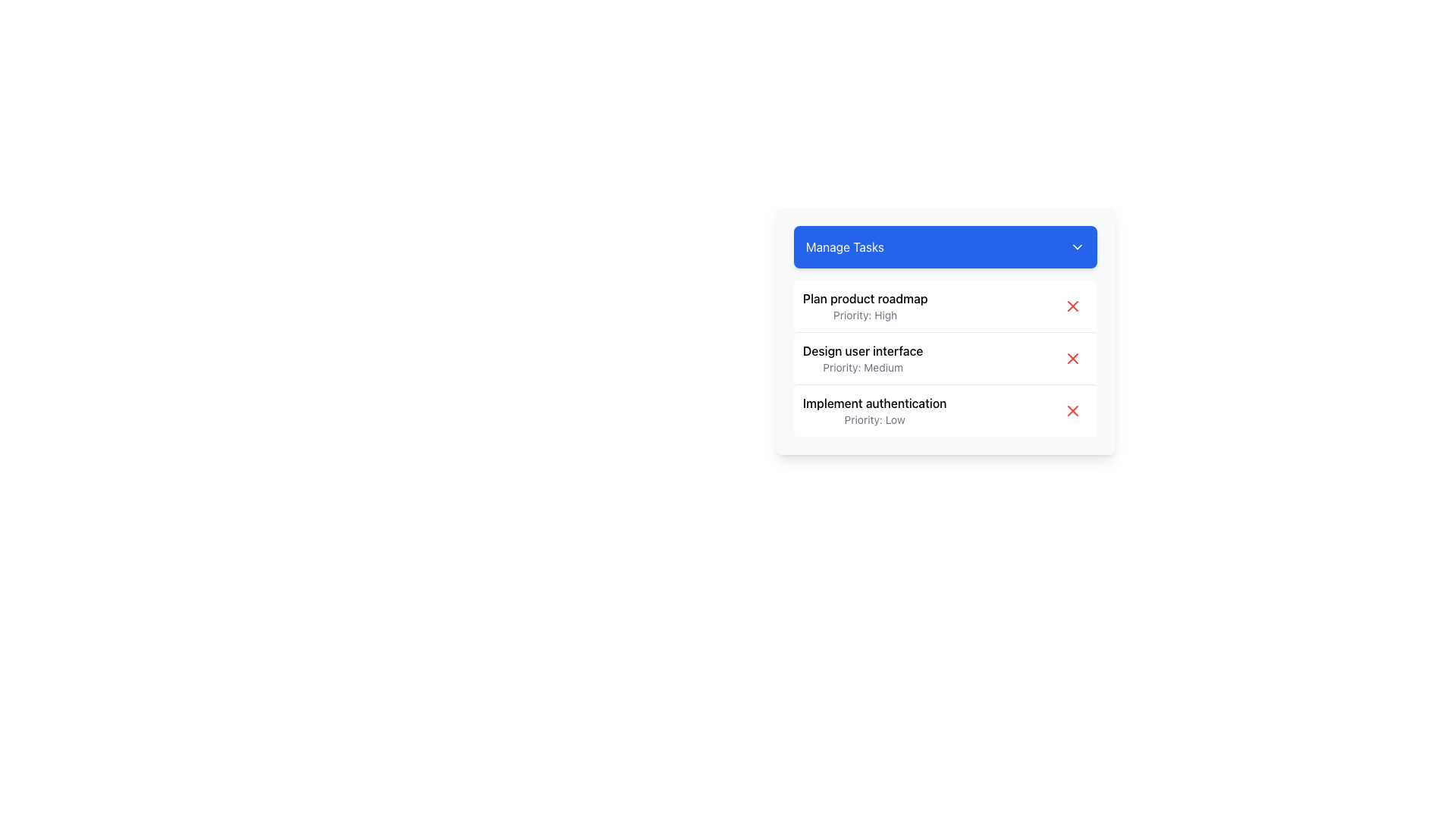 The image size is (1456, 819). I want to click on the Task entry labeled 'Plan product roadmap' with a red 'X' icon to observe any hover effects, so click(945, 306).